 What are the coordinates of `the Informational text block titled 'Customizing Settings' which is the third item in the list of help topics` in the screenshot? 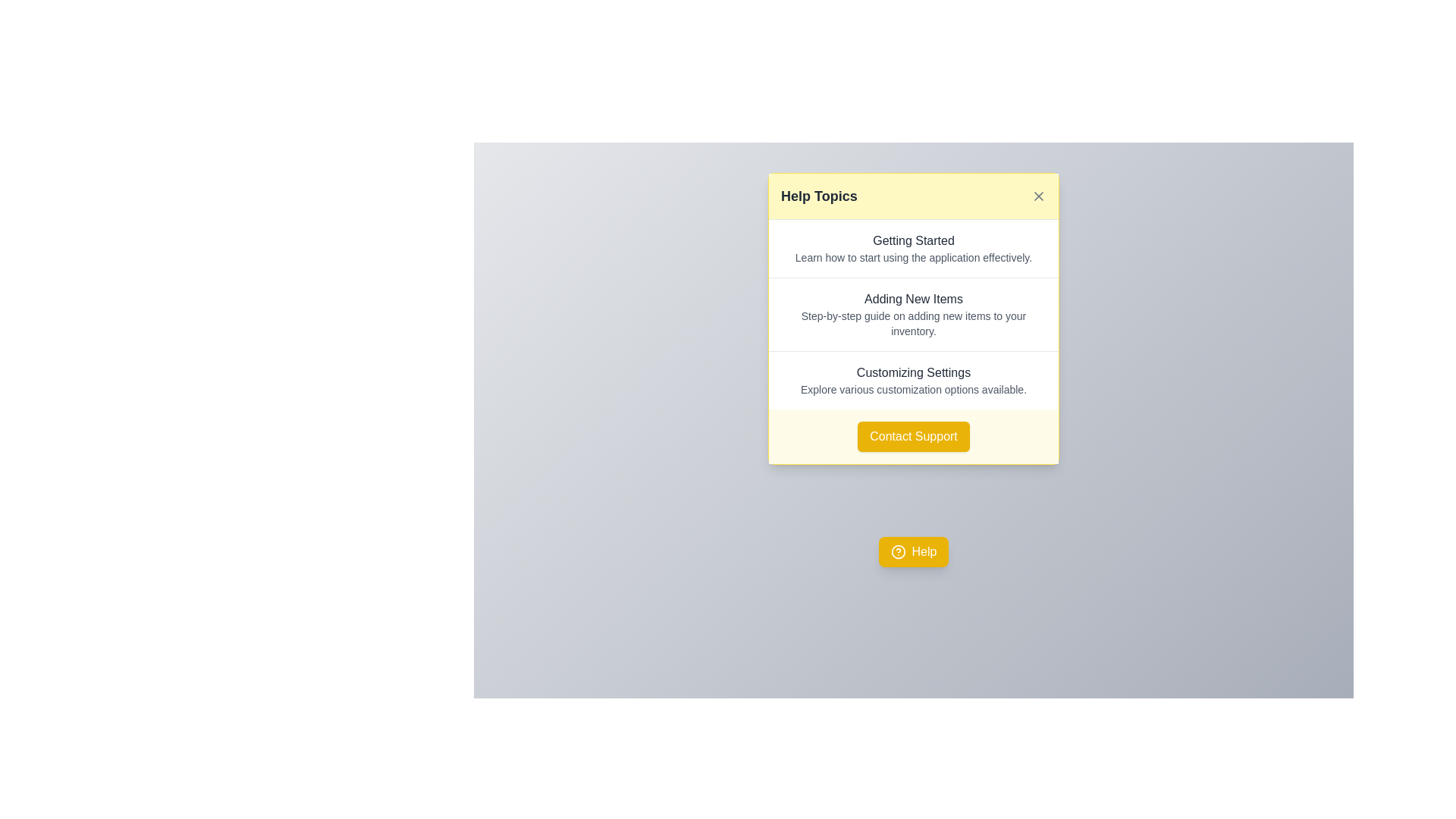 It's located at (912, 379).